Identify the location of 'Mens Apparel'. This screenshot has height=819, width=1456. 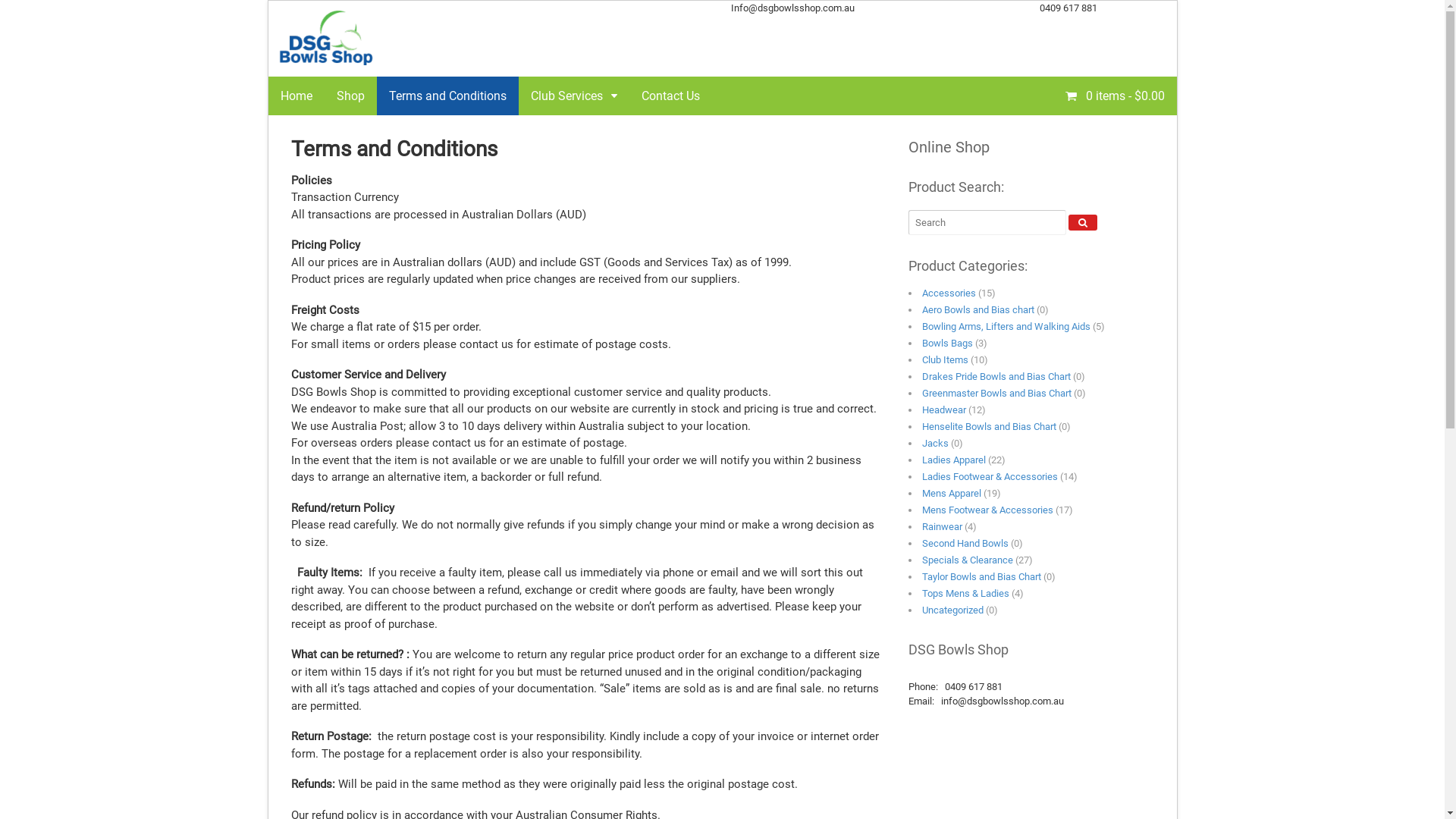
(950, 493).